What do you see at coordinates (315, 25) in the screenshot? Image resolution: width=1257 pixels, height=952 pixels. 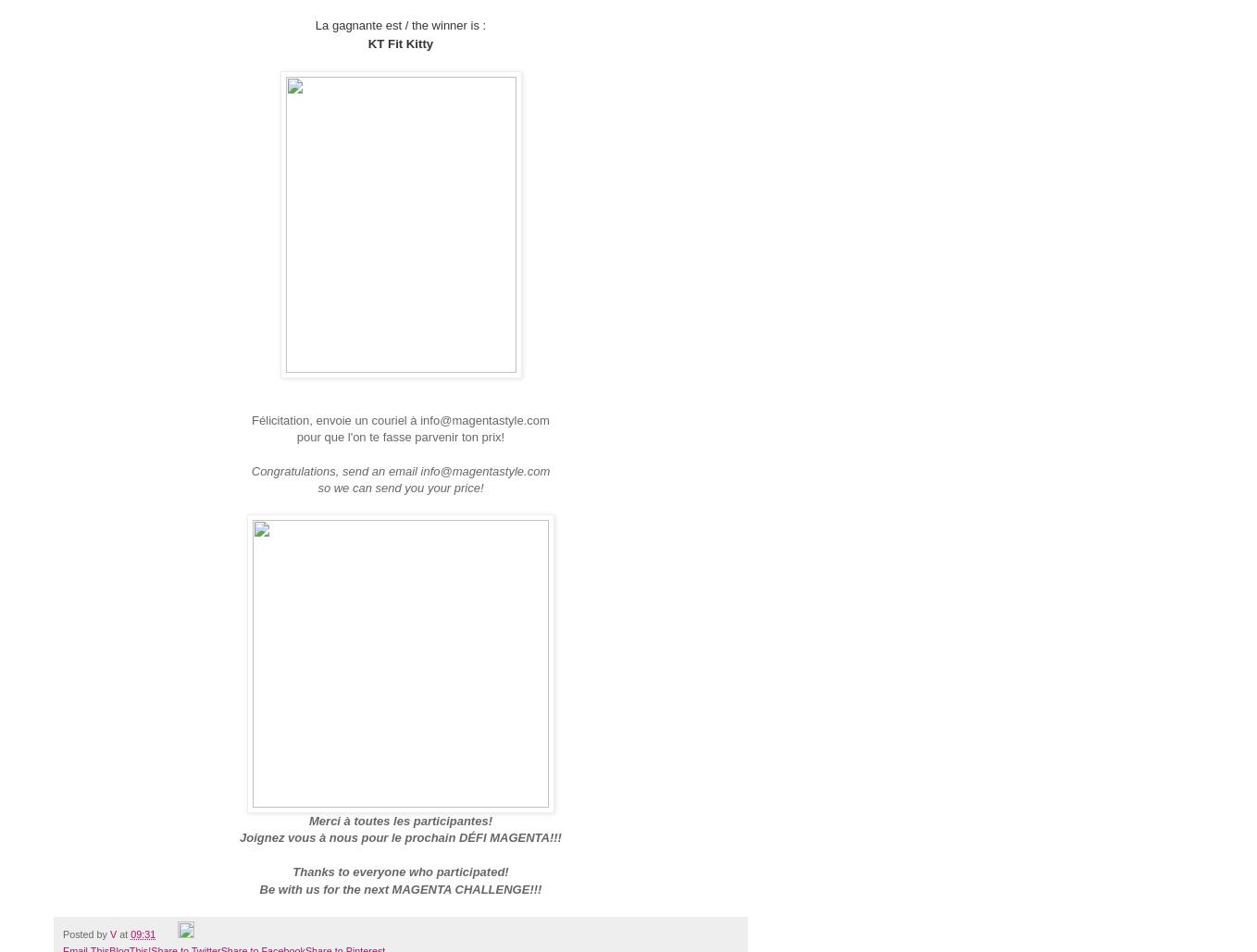 I see `'La gagnante est / the winner is :'` at bounding box center [315, 25].